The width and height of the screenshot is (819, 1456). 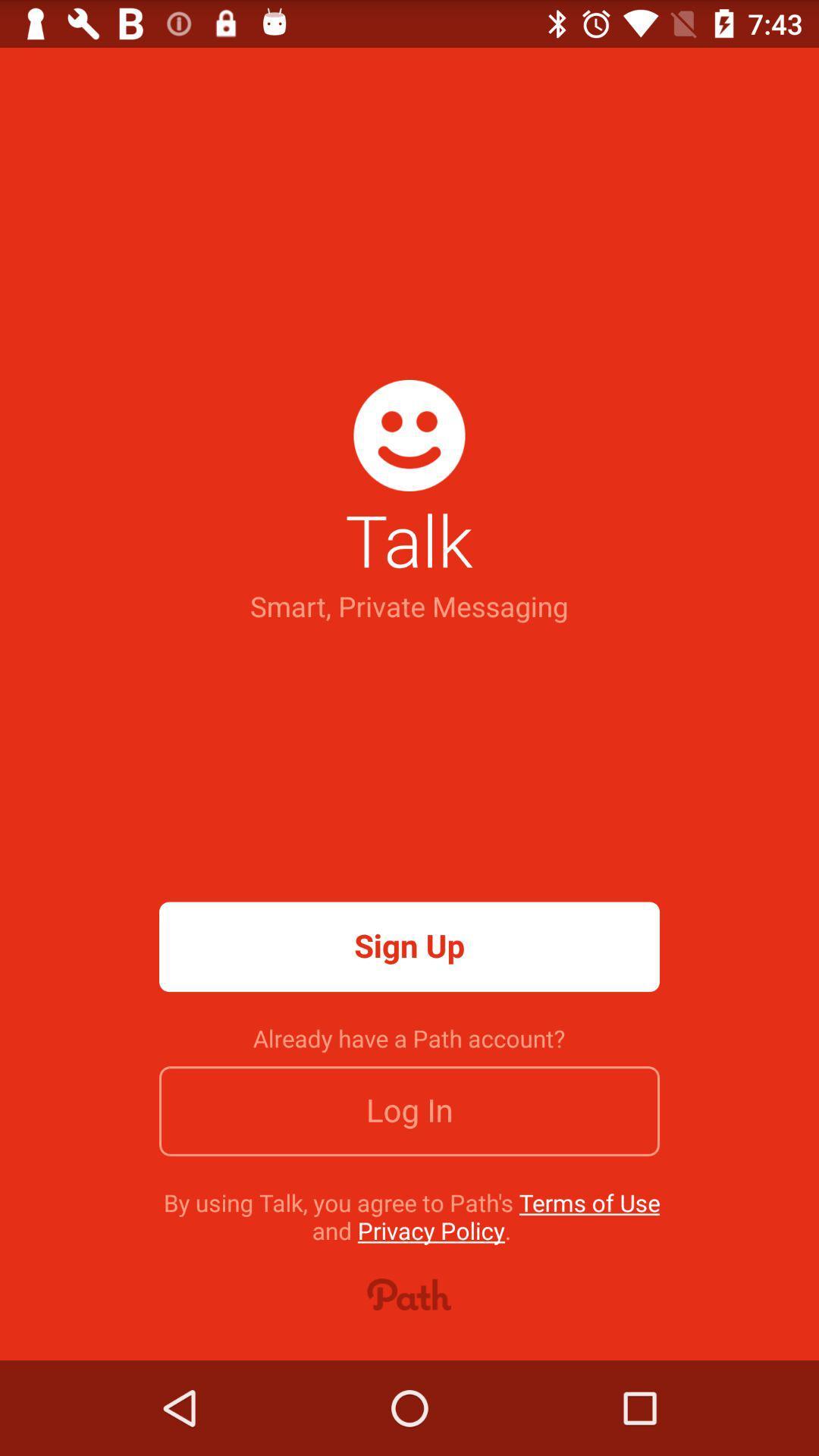 What do you see at coordinates (409, 1111) in the screenshot?
I see `the log in` at bounding box center [409, 1111].